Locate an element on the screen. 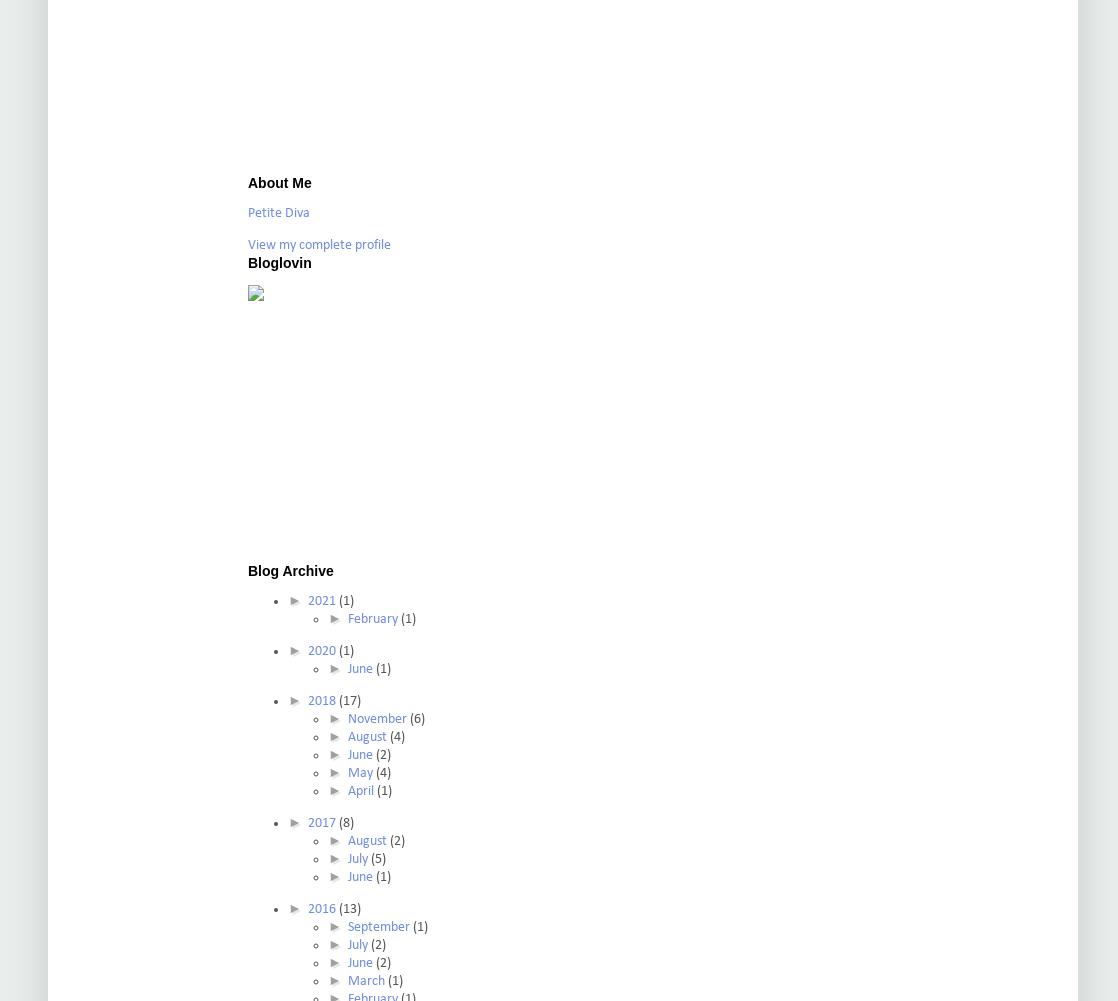  'View my complete profile' is located at coordinates (318, 244).